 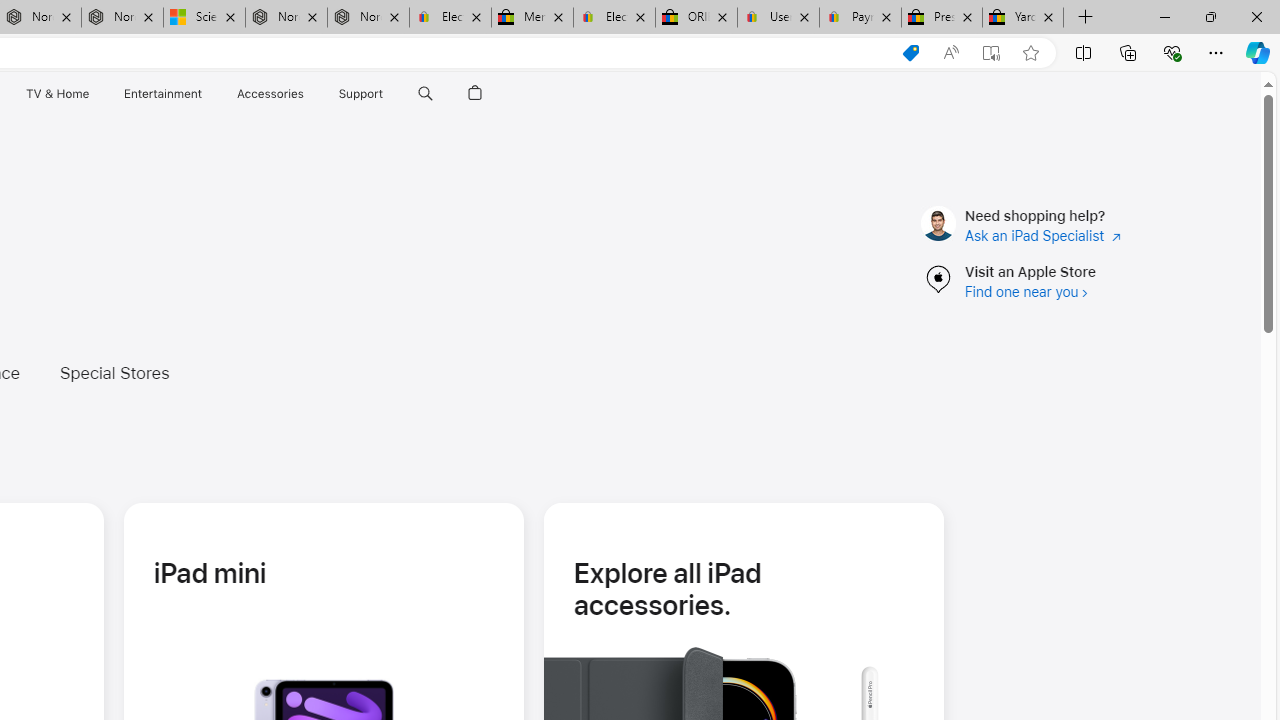 What do you see at coordinates (742, 587) in the screenshot?
I see `'Explore all iPad accessories.'` at bounding box center [742, 587].